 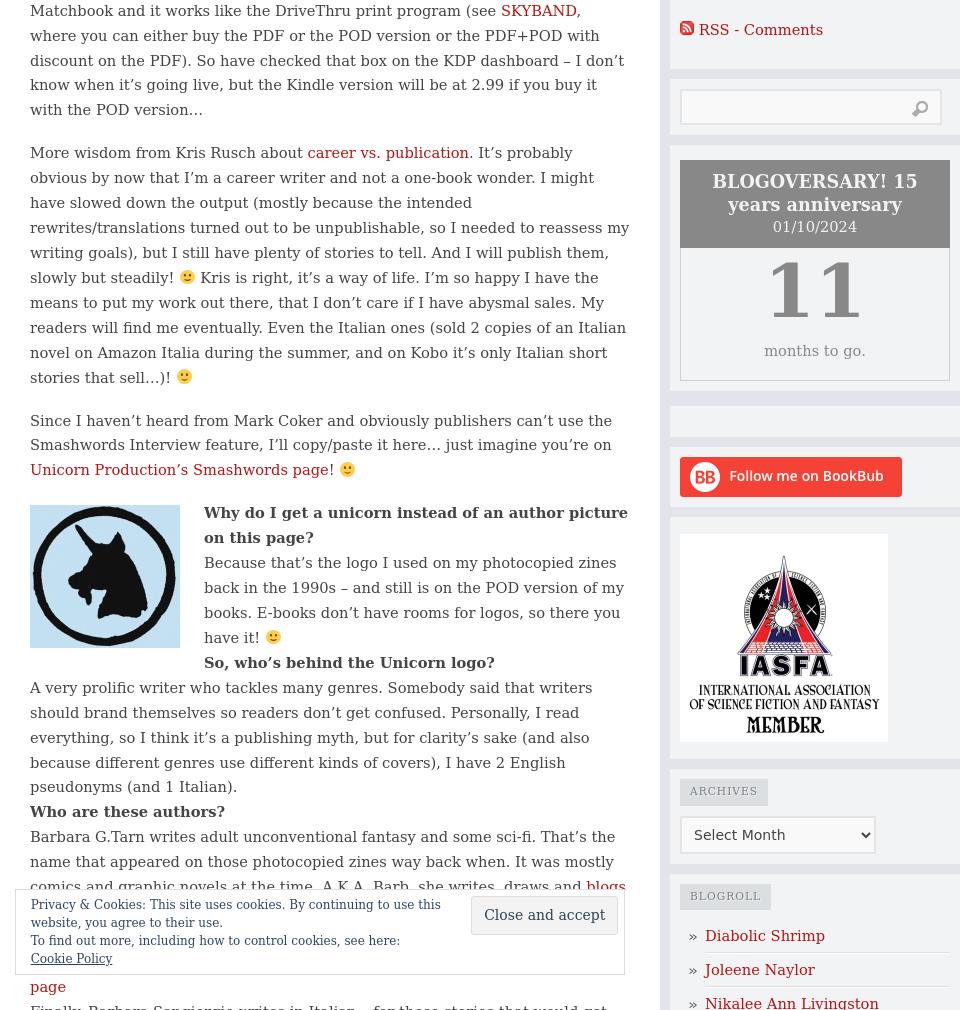 I want to click on 'BLOGOVERSARY! 15 years anniversary', so click(x=712, y=192).